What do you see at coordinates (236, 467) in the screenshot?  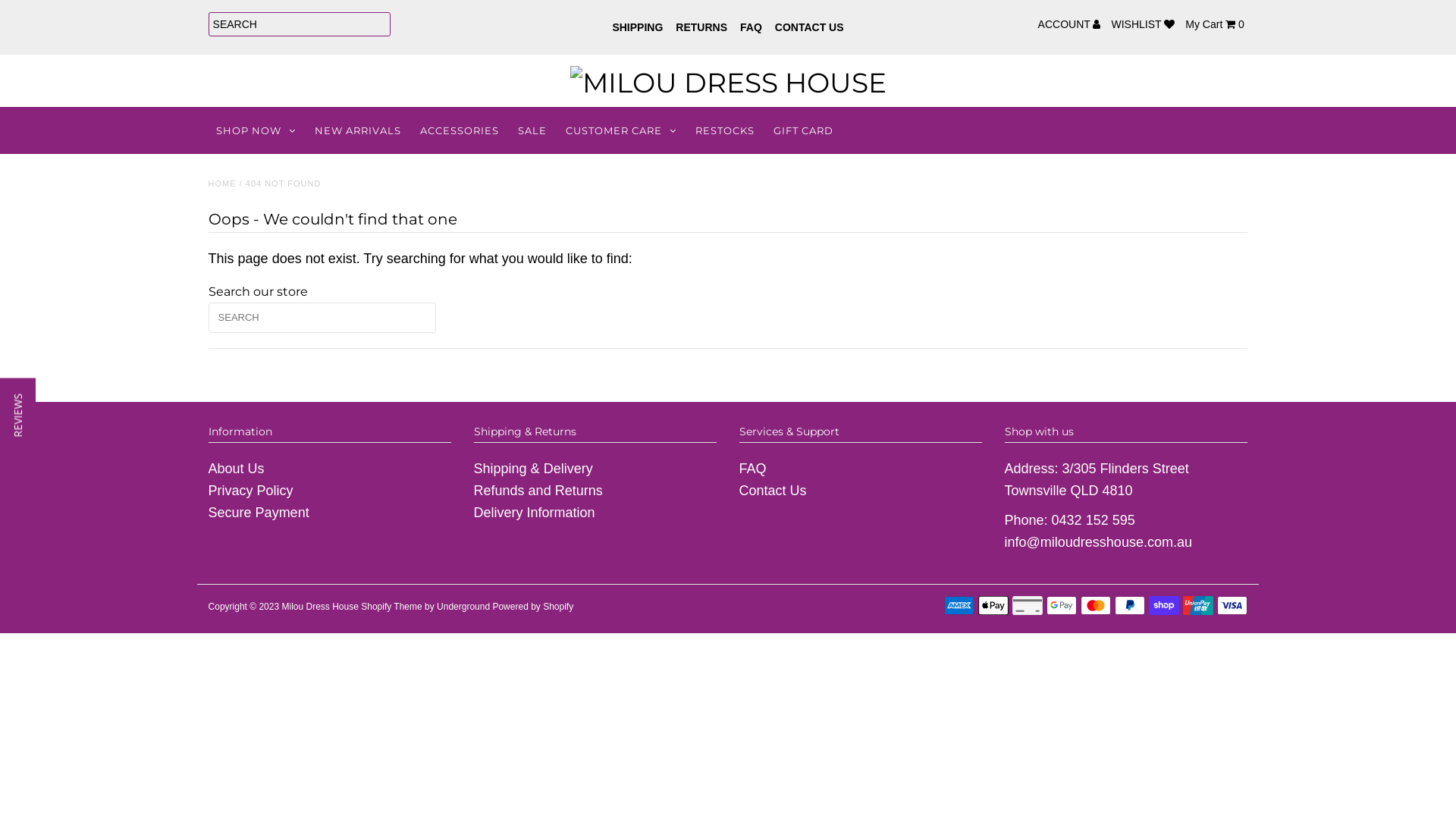 I see `'About Us'` at bounding box center [236, 467].